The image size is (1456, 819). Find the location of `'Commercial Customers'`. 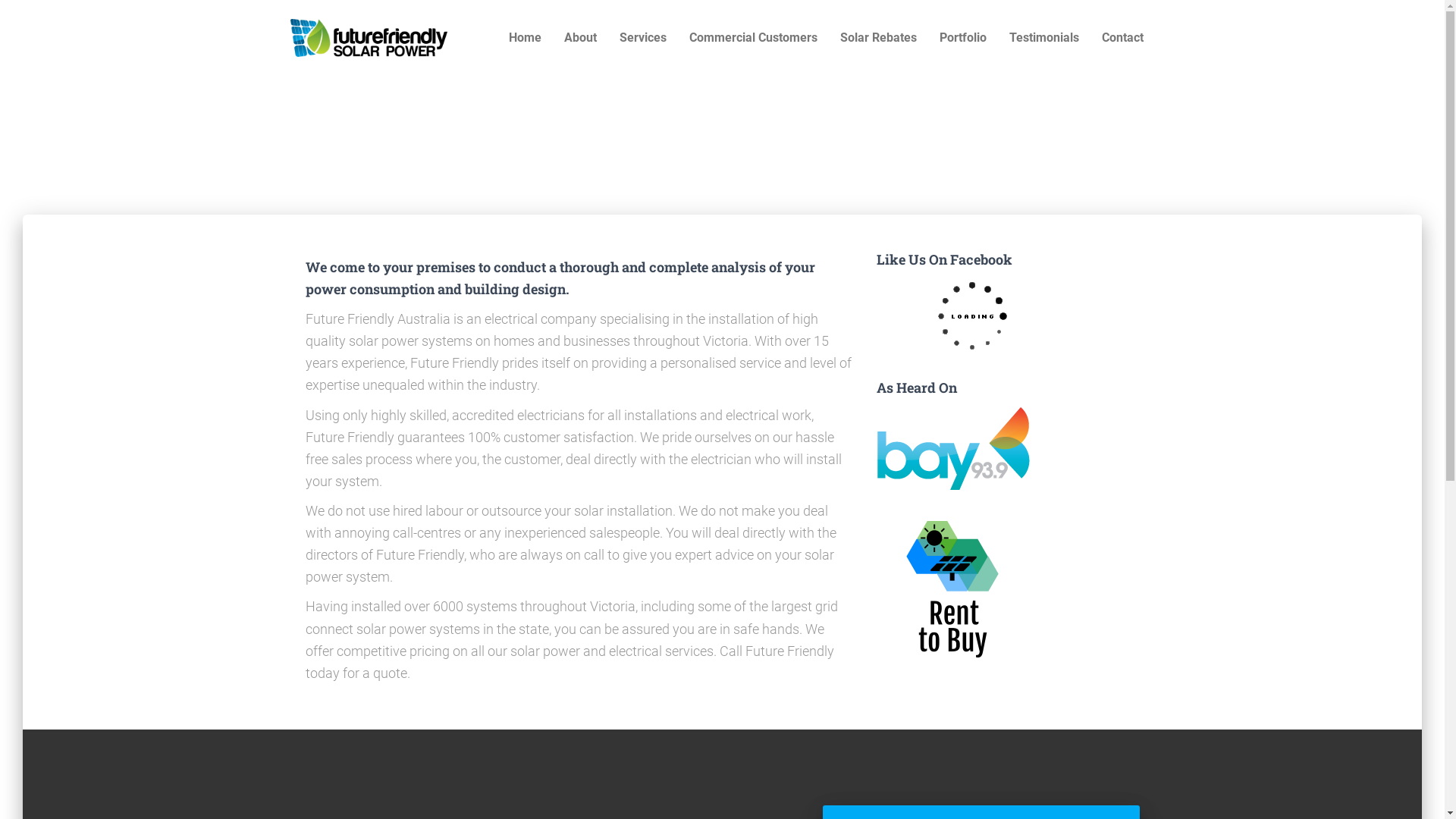

'Commercial Customers' is located at coordinates (753, 37).